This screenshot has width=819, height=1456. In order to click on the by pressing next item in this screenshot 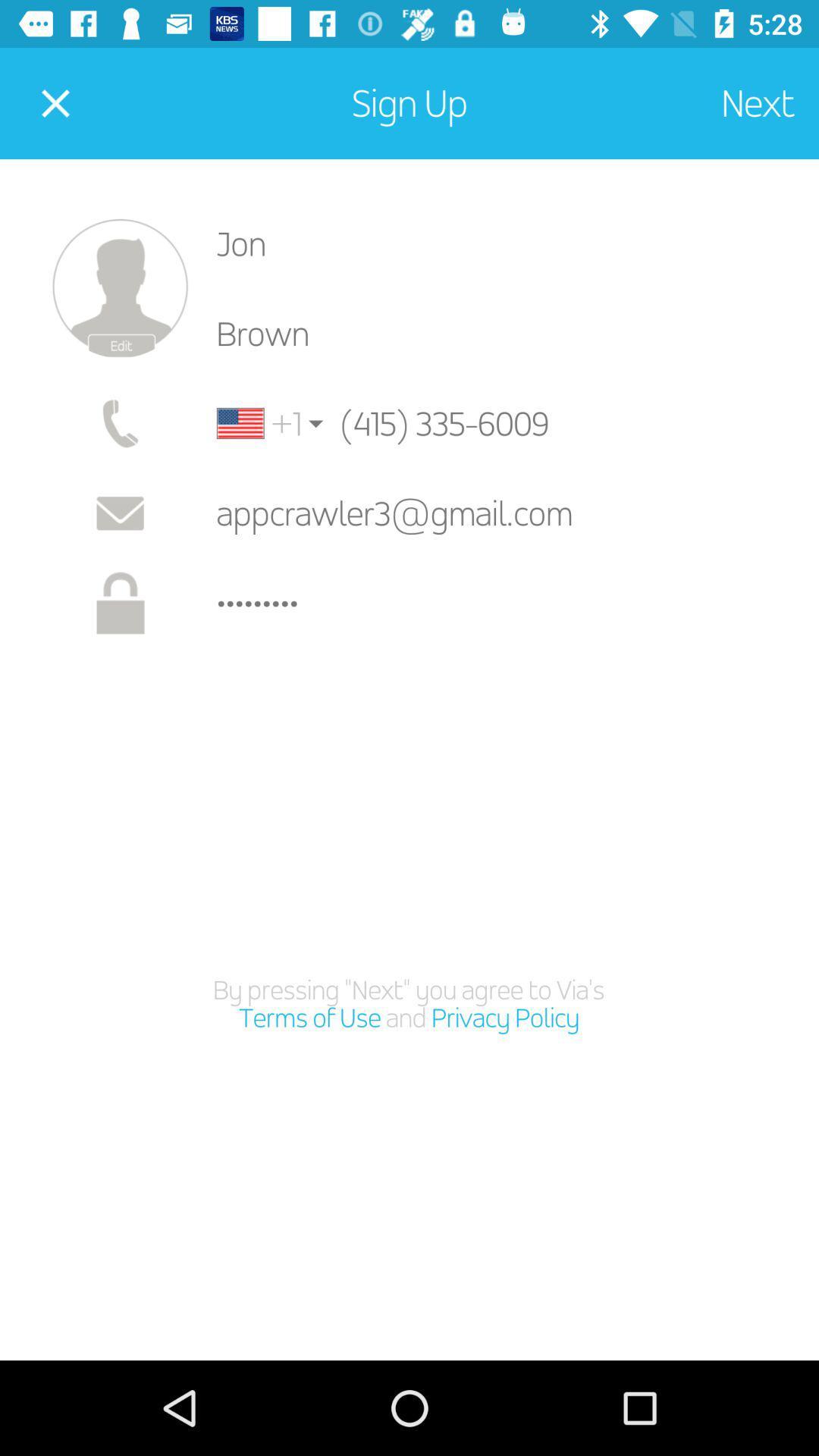, I will do `click(408, 1004)`.